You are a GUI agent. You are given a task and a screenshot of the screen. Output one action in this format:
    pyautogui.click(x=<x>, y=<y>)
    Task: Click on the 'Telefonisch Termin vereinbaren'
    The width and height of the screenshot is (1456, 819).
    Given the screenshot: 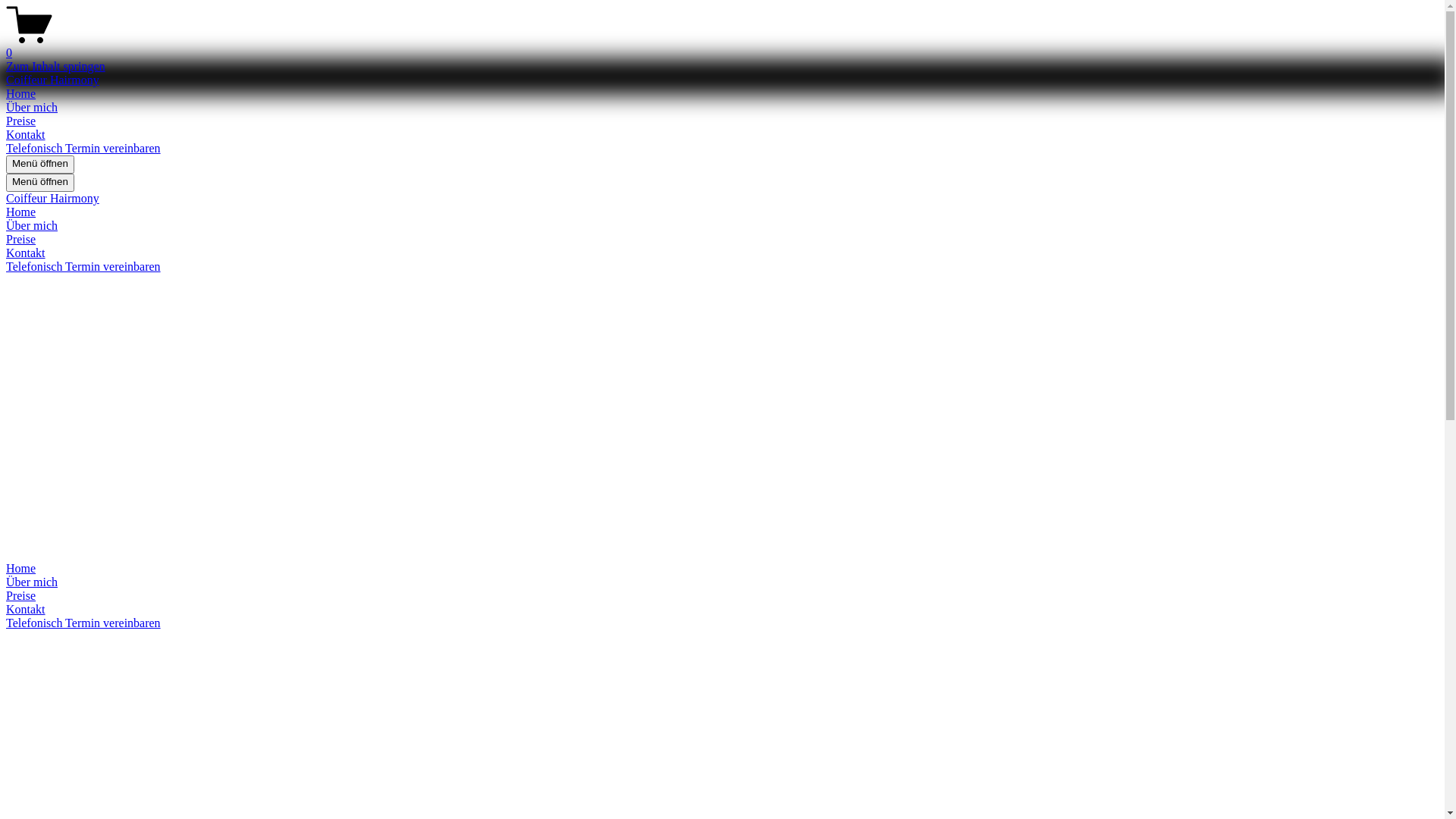 What is the action you would take?
    pyautogui.click(x=83, y=148)
    